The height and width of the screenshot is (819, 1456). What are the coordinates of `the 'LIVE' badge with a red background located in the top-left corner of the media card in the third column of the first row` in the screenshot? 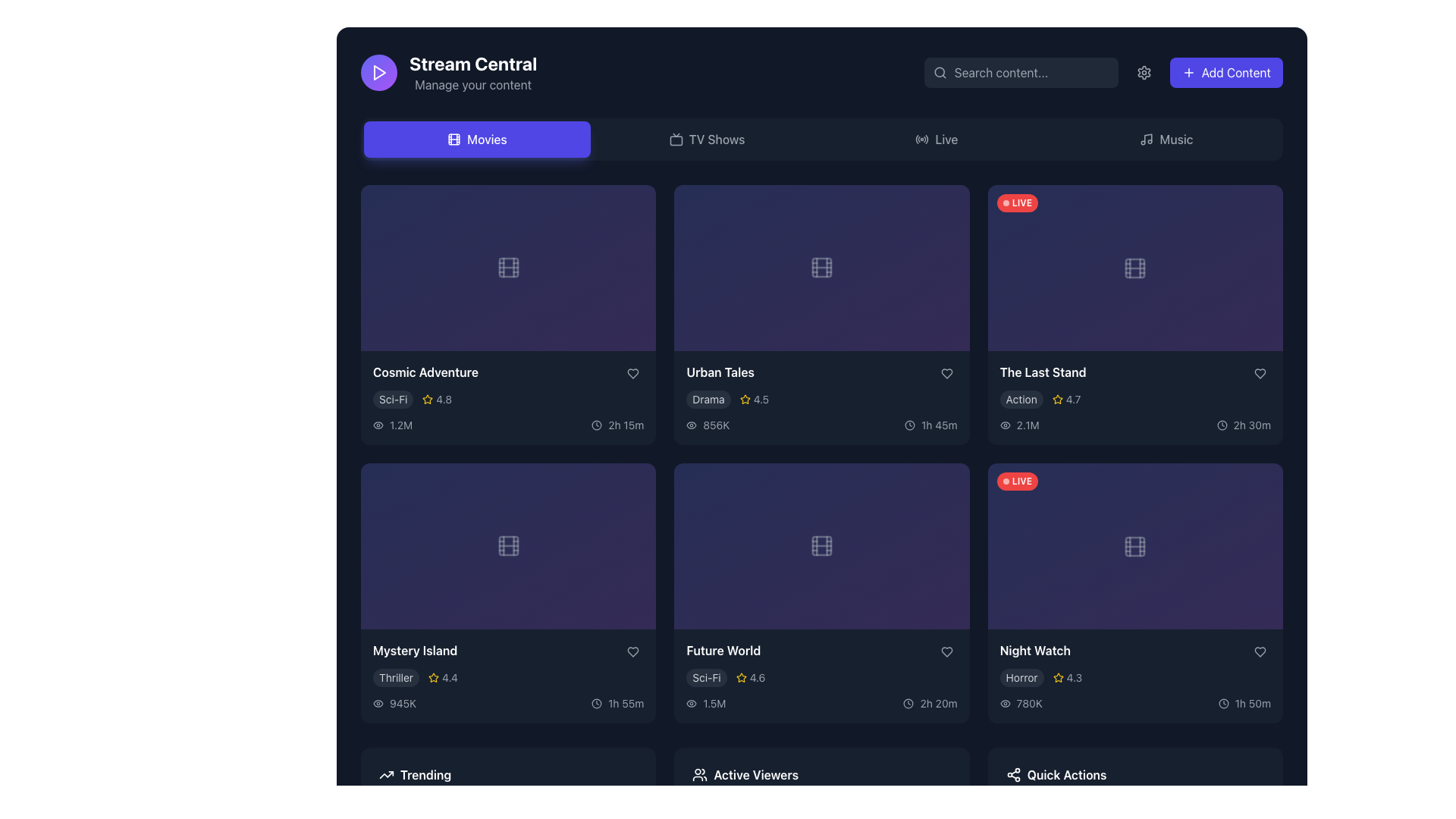 It's located at (1017, 202).